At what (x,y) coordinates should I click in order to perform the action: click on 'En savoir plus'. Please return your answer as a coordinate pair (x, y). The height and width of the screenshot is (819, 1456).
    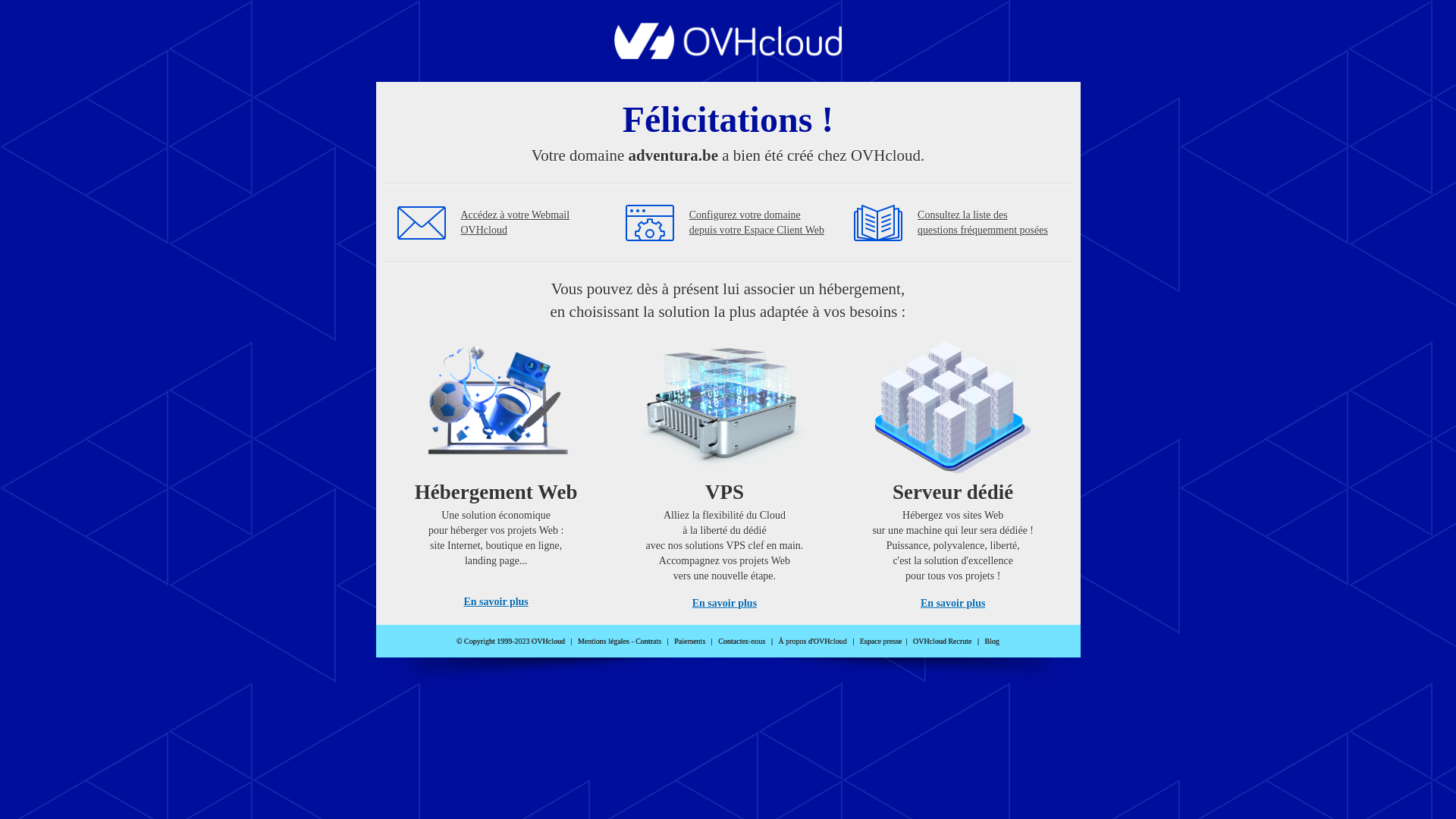
    Looking at the image, I should click on (462, 601).